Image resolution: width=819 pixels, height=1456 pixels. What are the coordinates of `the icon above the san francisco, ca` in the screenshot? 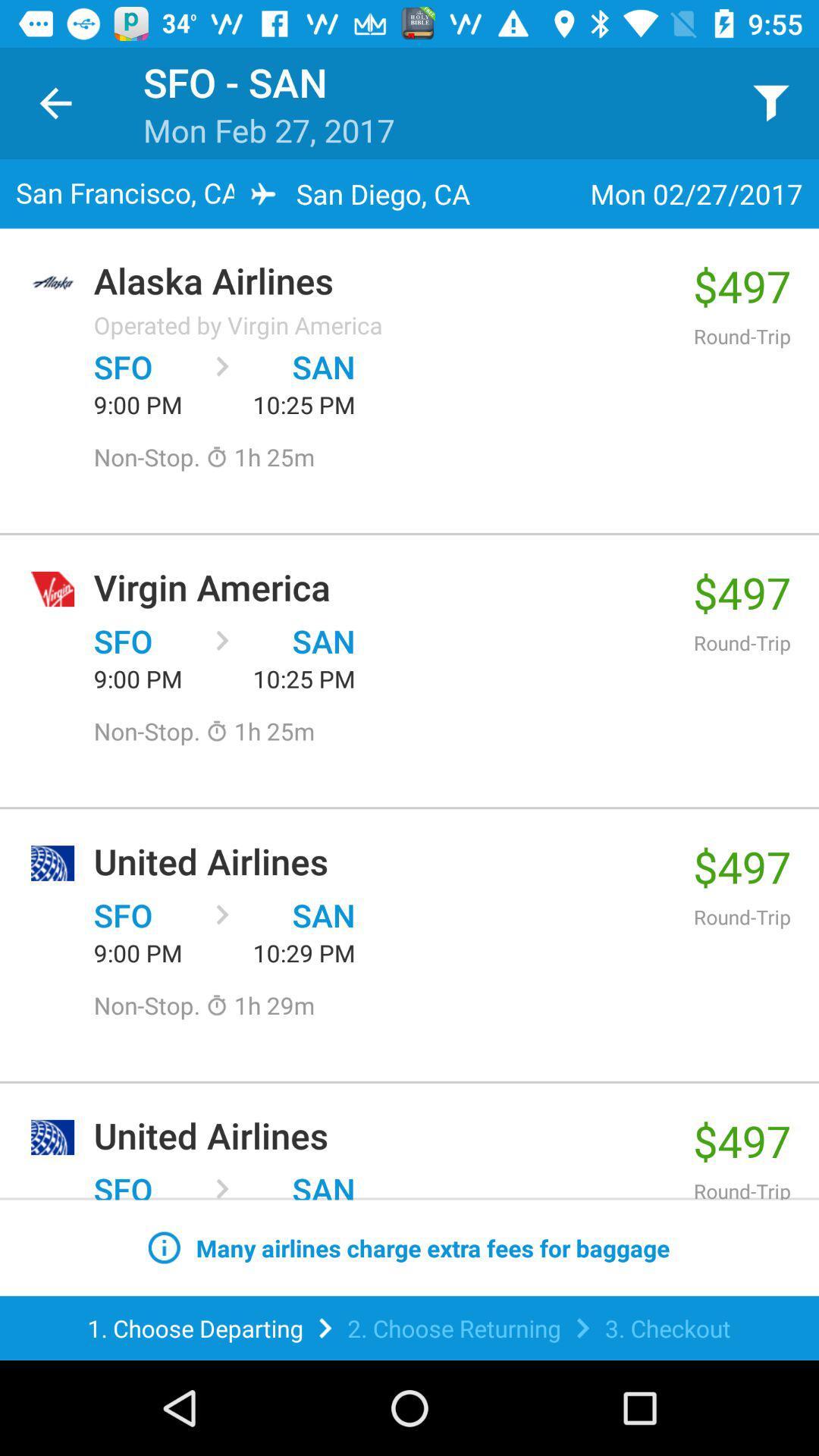 It's located at (55, 102).